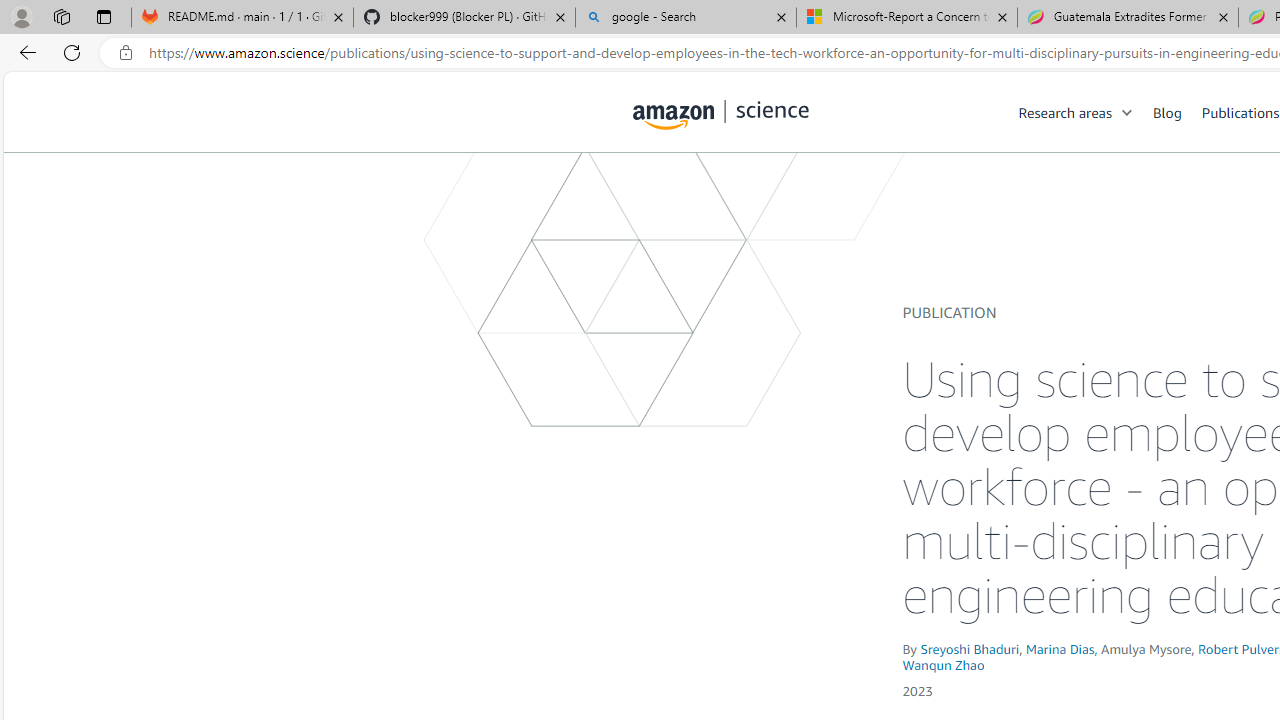 The width and height of the screenshot is (1280, 720). What do you see at coordinates (1239, 111) in the screenshot?
I see `'Publications'` at bounding box center [1239, 111].